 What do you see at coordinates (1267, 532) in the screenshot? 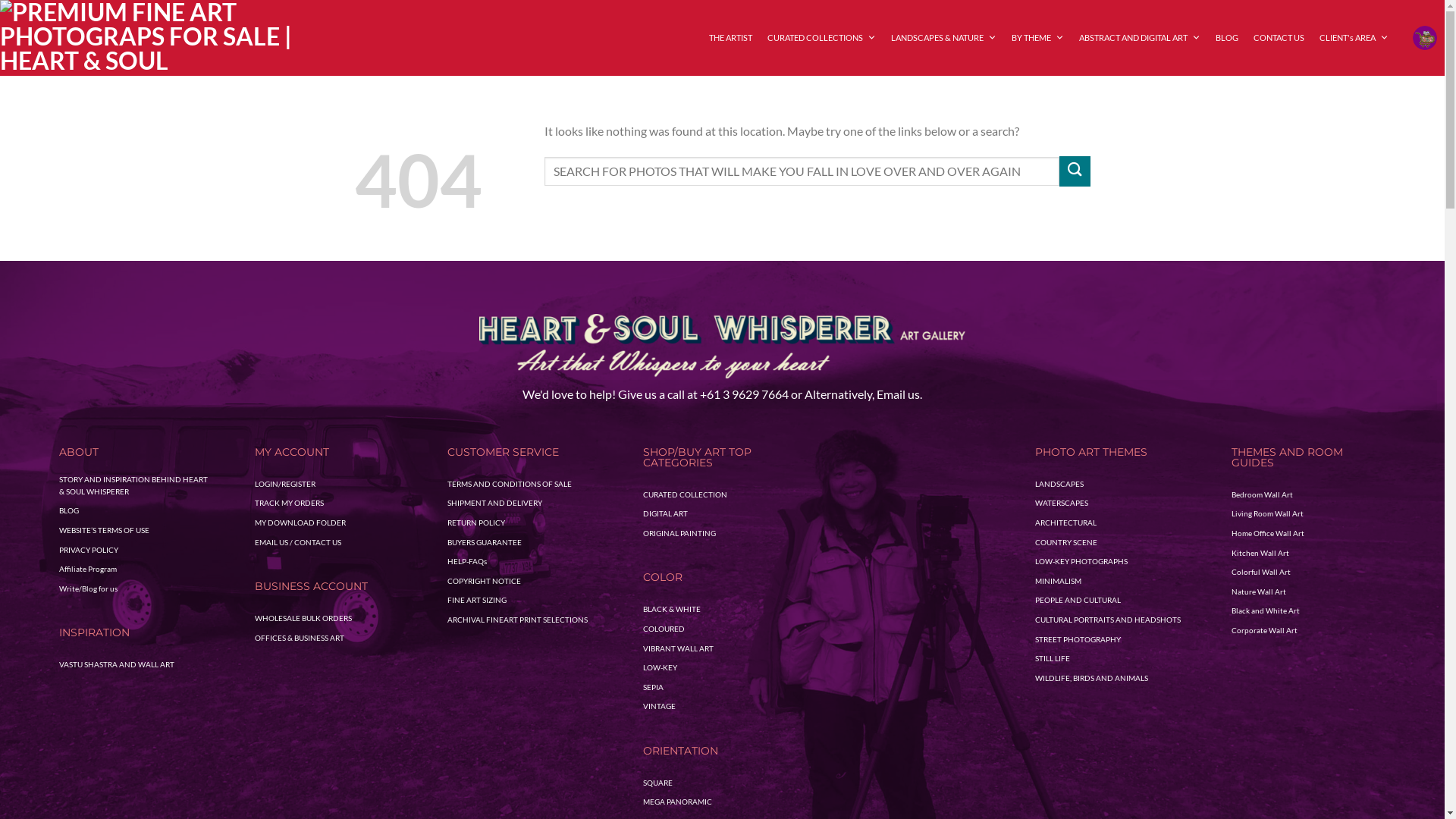
I see `'Home Office Wall Art'` at bounding box center [1267, 532].